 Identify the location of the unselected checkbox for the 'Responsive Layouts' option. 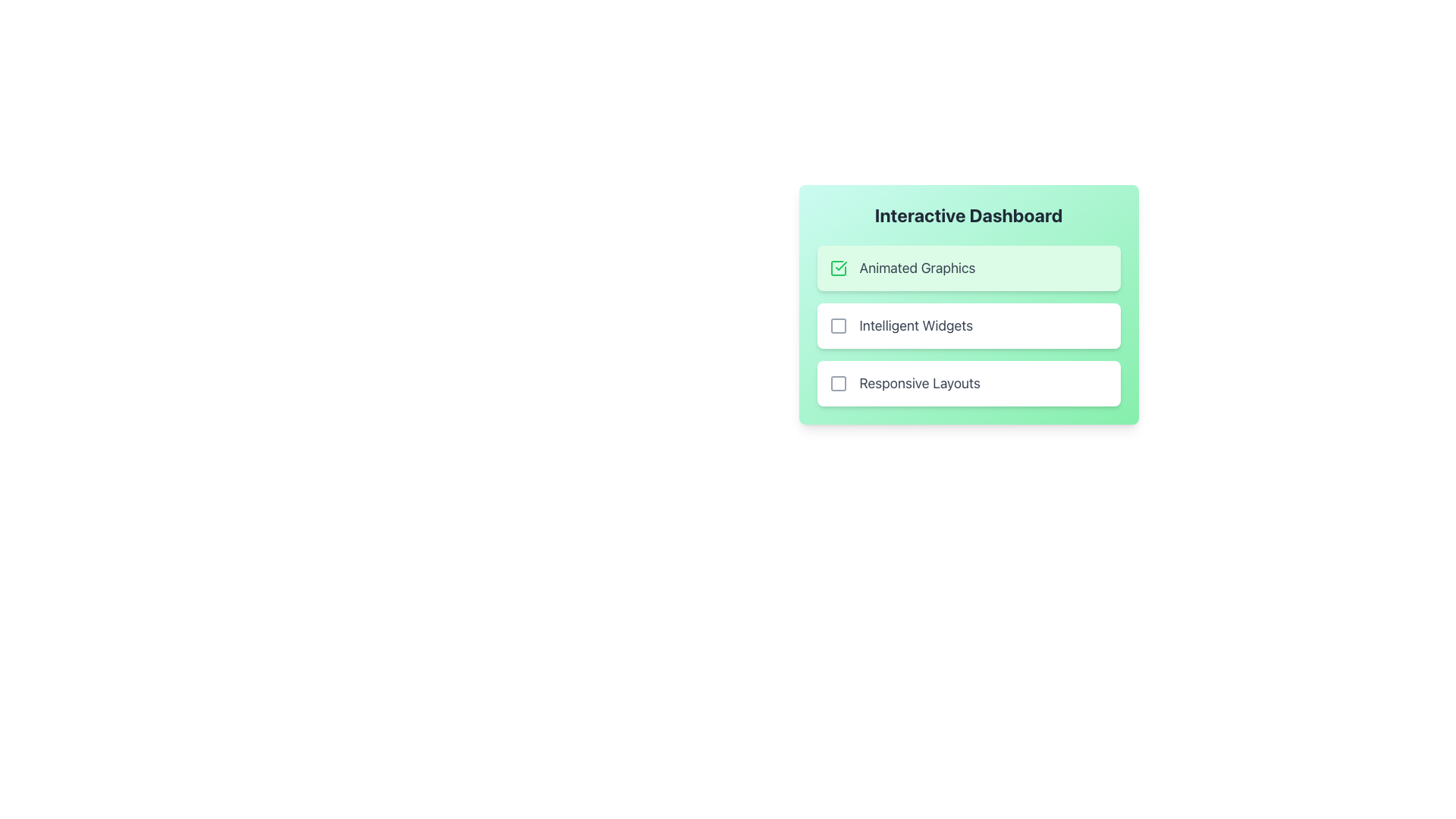
(837, 382).